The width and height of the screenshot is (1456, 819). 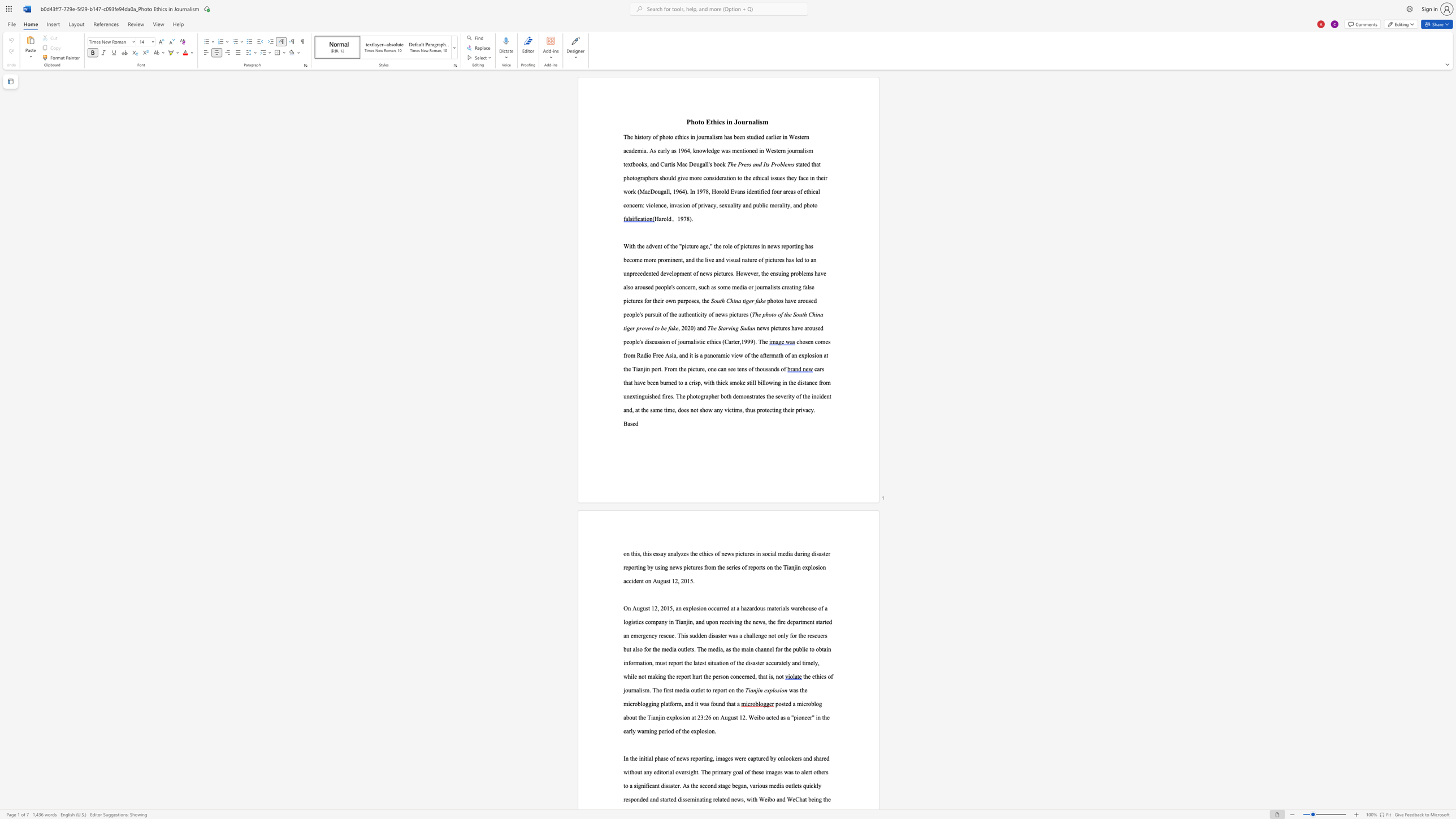 What do you see at coordinates (714, 553) in the screenshot?
I see `the subset text "of news pictures in social media during disaster reporting by using news pictures from the series of reports on the Tianjin explos" within the text "analyzes the ethics of news pictures in social media during disaster reporting by using news pictures from the series of reports on the Tianjin explosion accident on August 12, 2015."` at bounding box center [714, 553].